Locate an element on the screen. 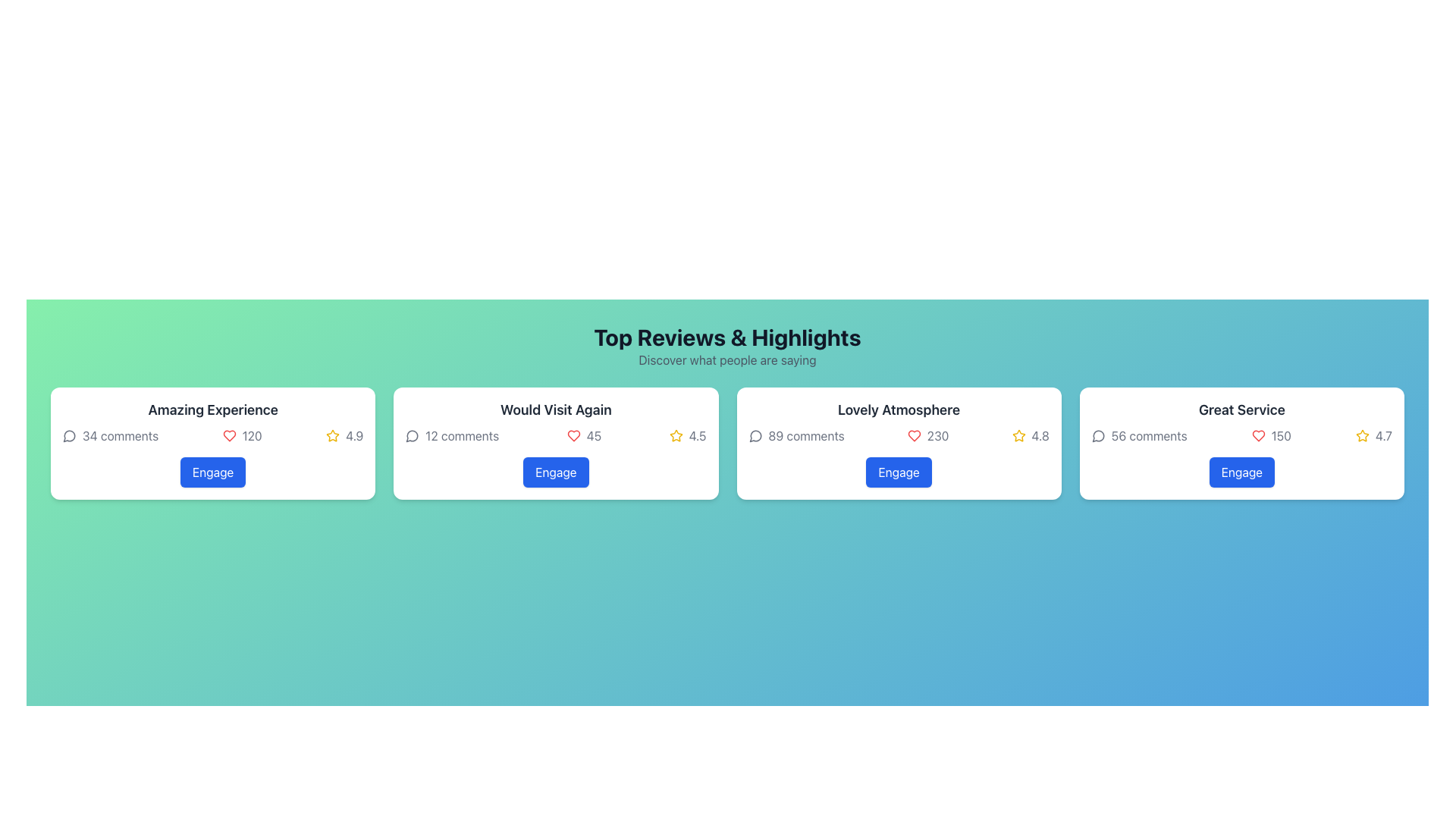 The height and width of the screenshot is (819, 1456). the static text label displaying the numerical value '230' which represents likes in the 'Lovely Atmosphere' review card, located next to a red heart icon is located at coordinates (937, 435).